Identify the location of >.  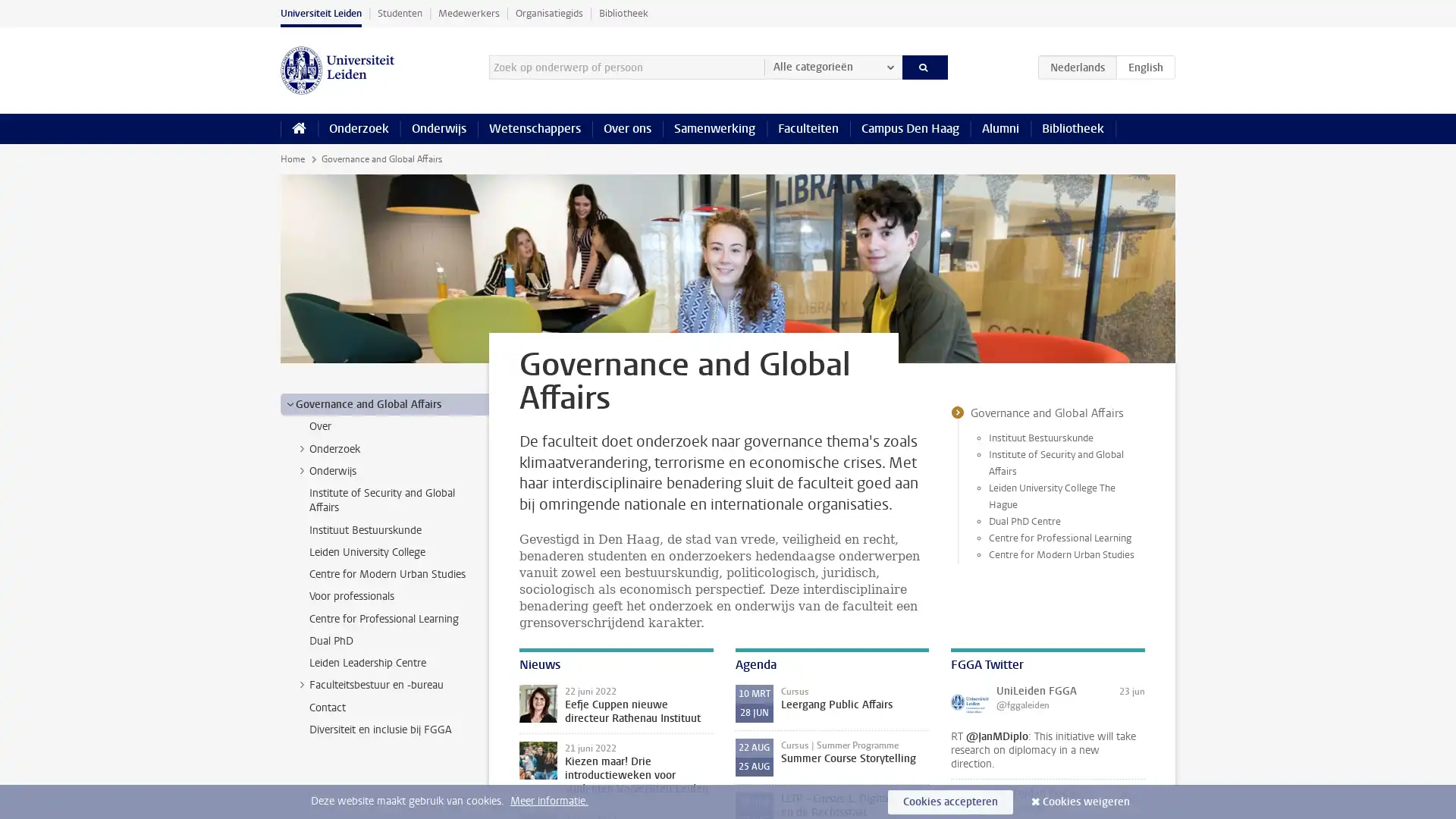
(302, 684).